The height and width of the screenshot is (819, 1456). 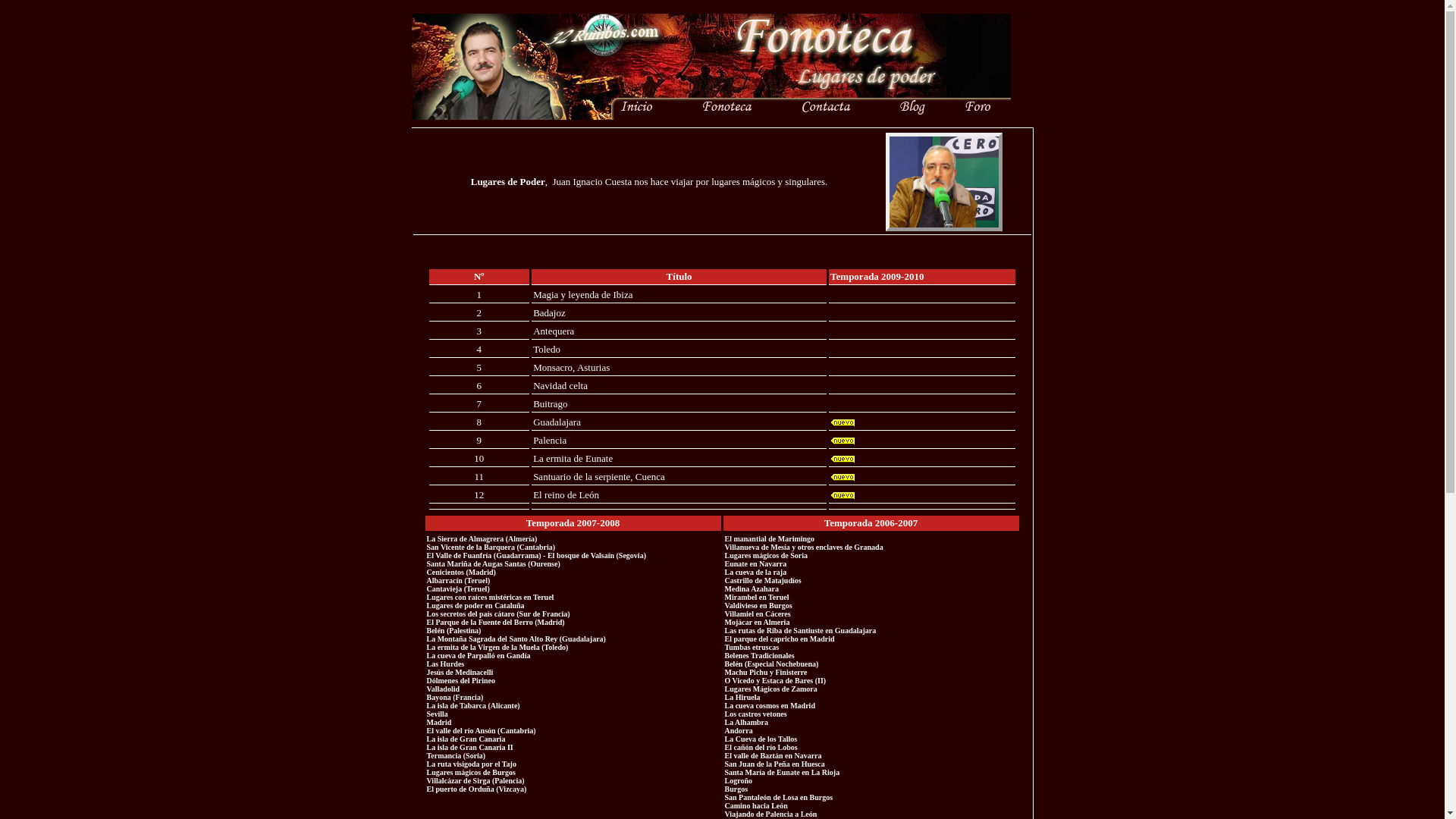 What do you see at coordinates (723, 639) in the screenshot?
I see `'El parque del capricho en Madrid'` at bounding box center [723, 639].